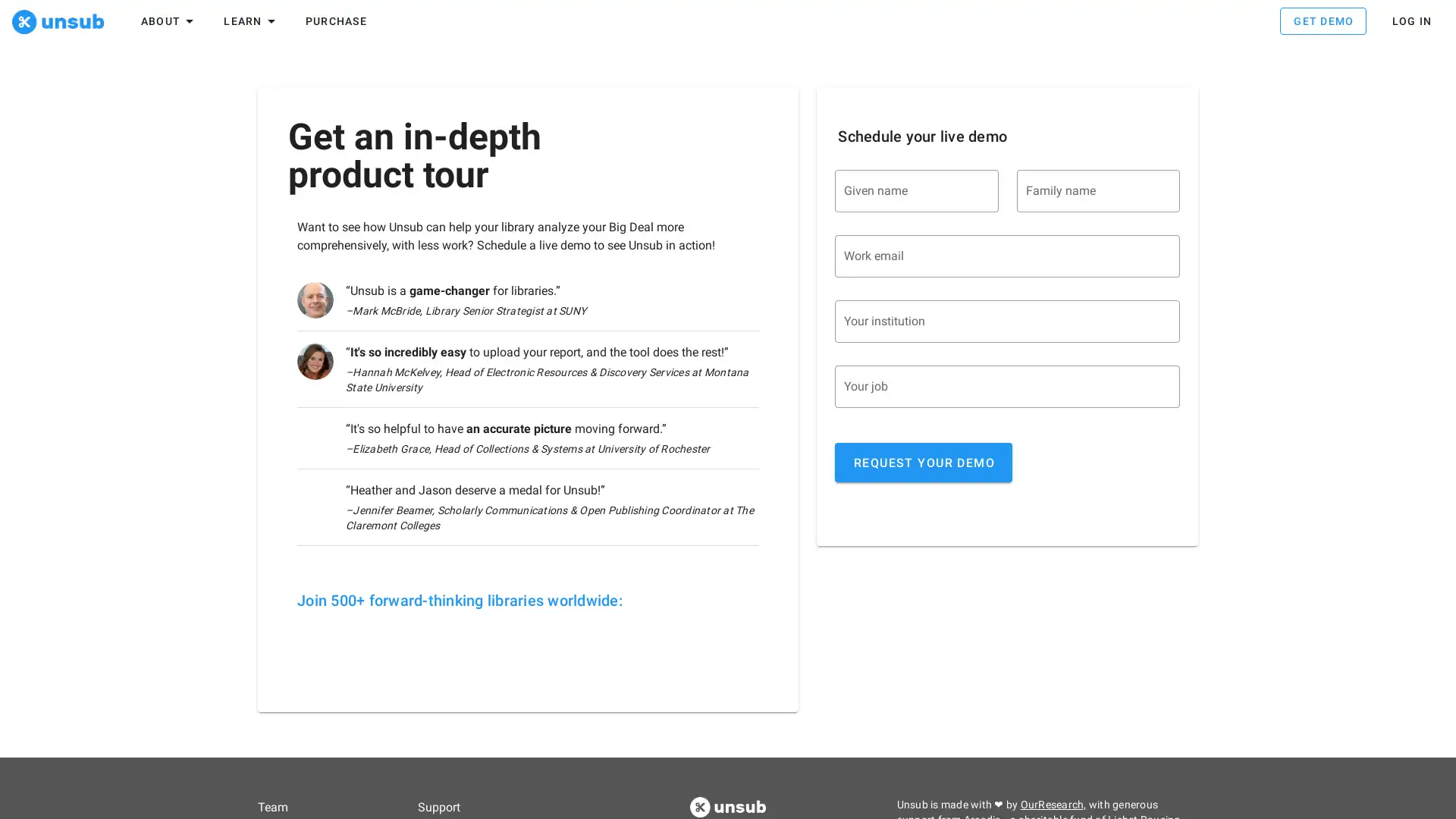 This screenshot has height=819, width=1456. I want to click on REQUEST YOUR DEMO, so click(923, 467).